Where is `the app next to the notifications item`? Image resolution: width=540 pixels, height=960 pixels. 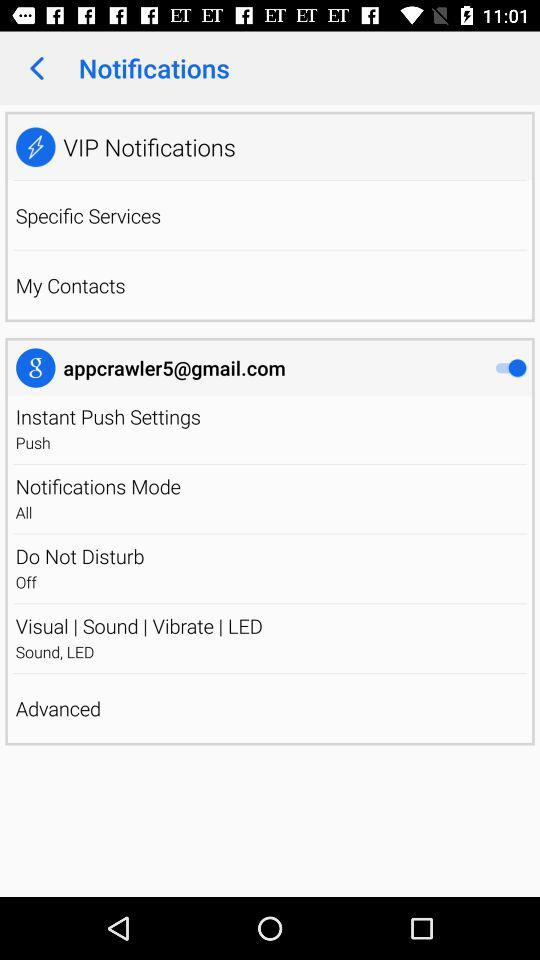
the app next to the notifications item is located at coordinates (36, 68).